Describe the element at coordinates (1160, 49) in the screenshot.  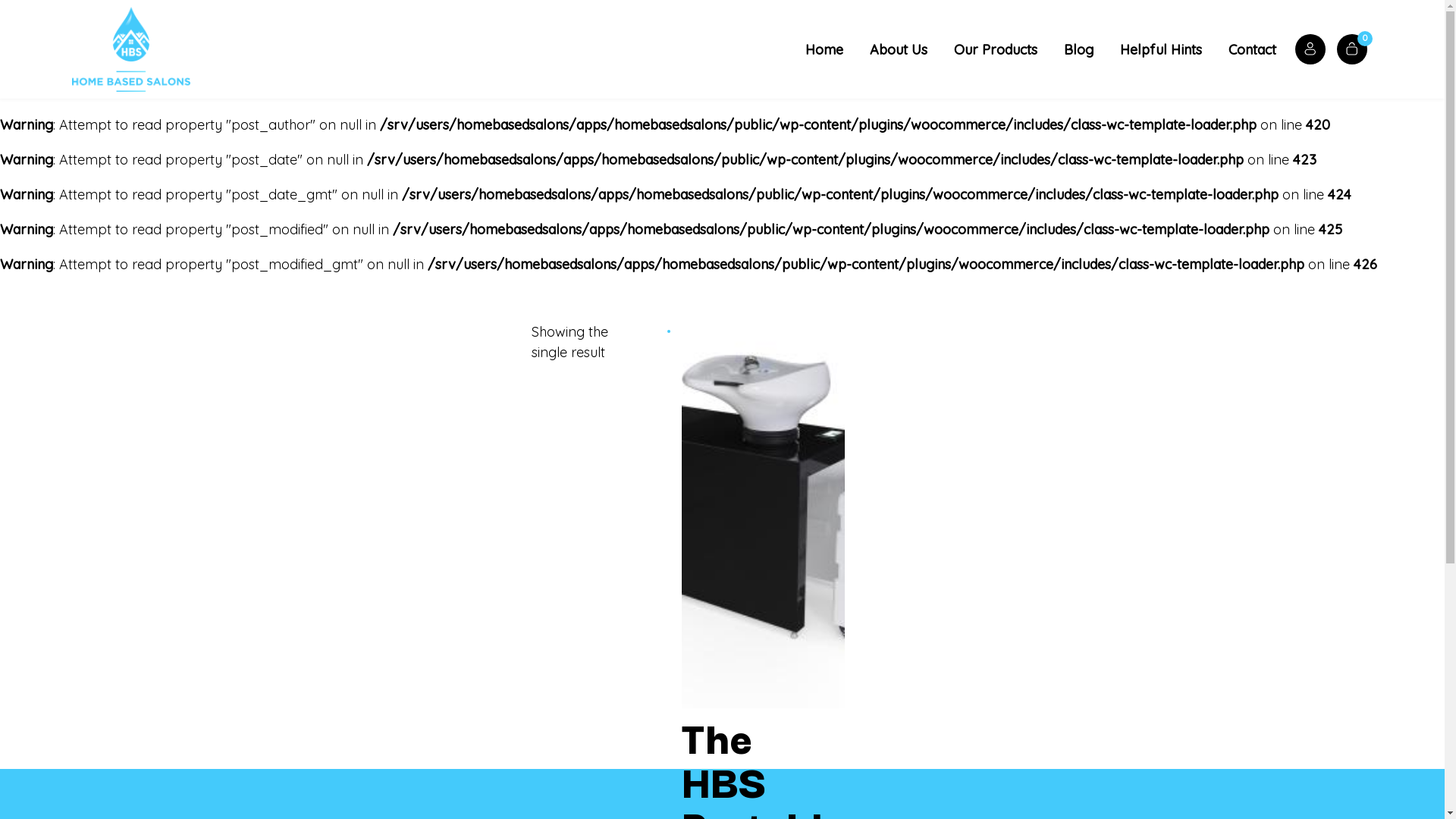
I see `'Helpful Hints'` at that location.